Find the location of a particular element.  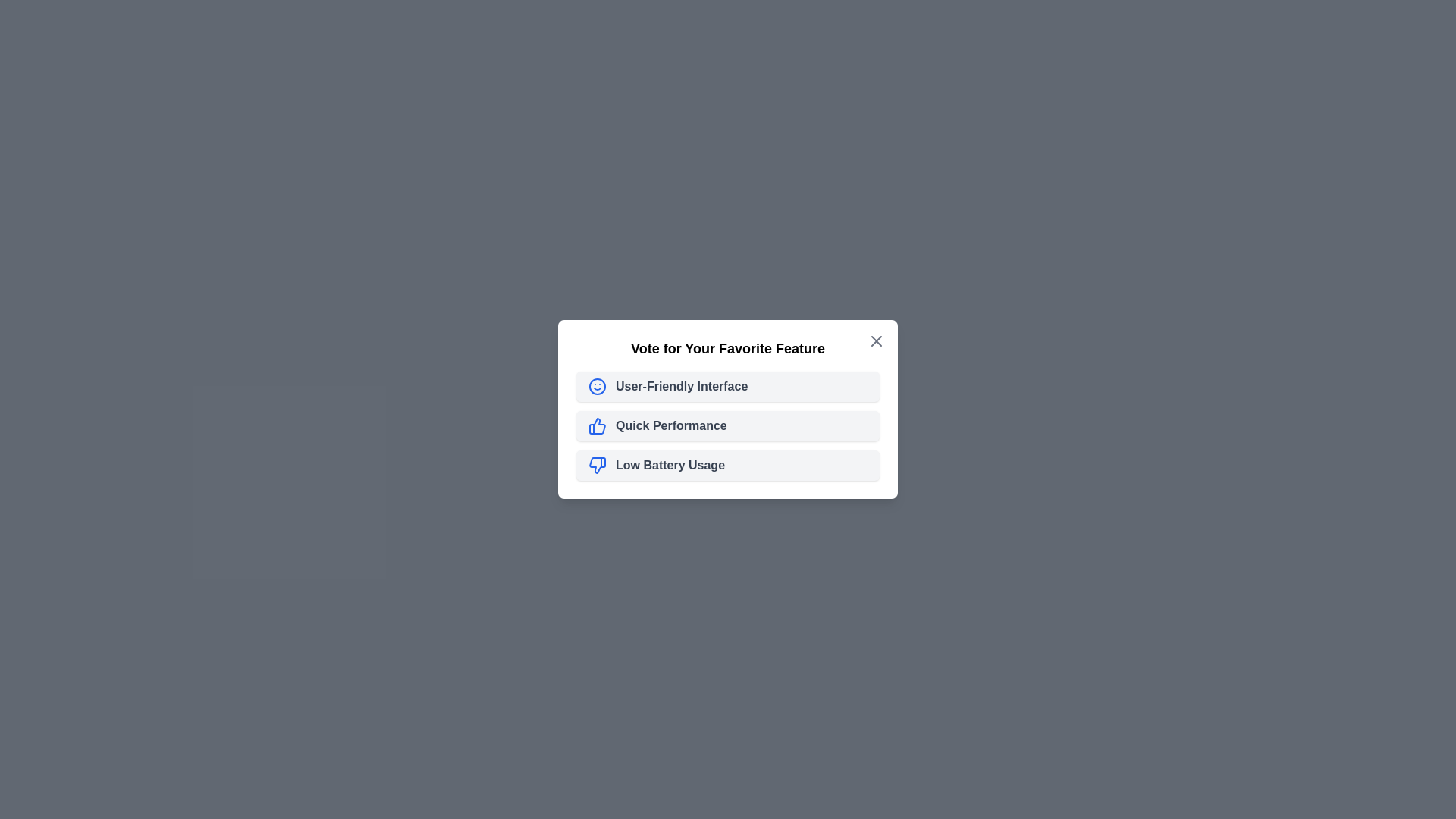

the voting option corresponding to Low Battery Usage is located at coordinates (728, 464).